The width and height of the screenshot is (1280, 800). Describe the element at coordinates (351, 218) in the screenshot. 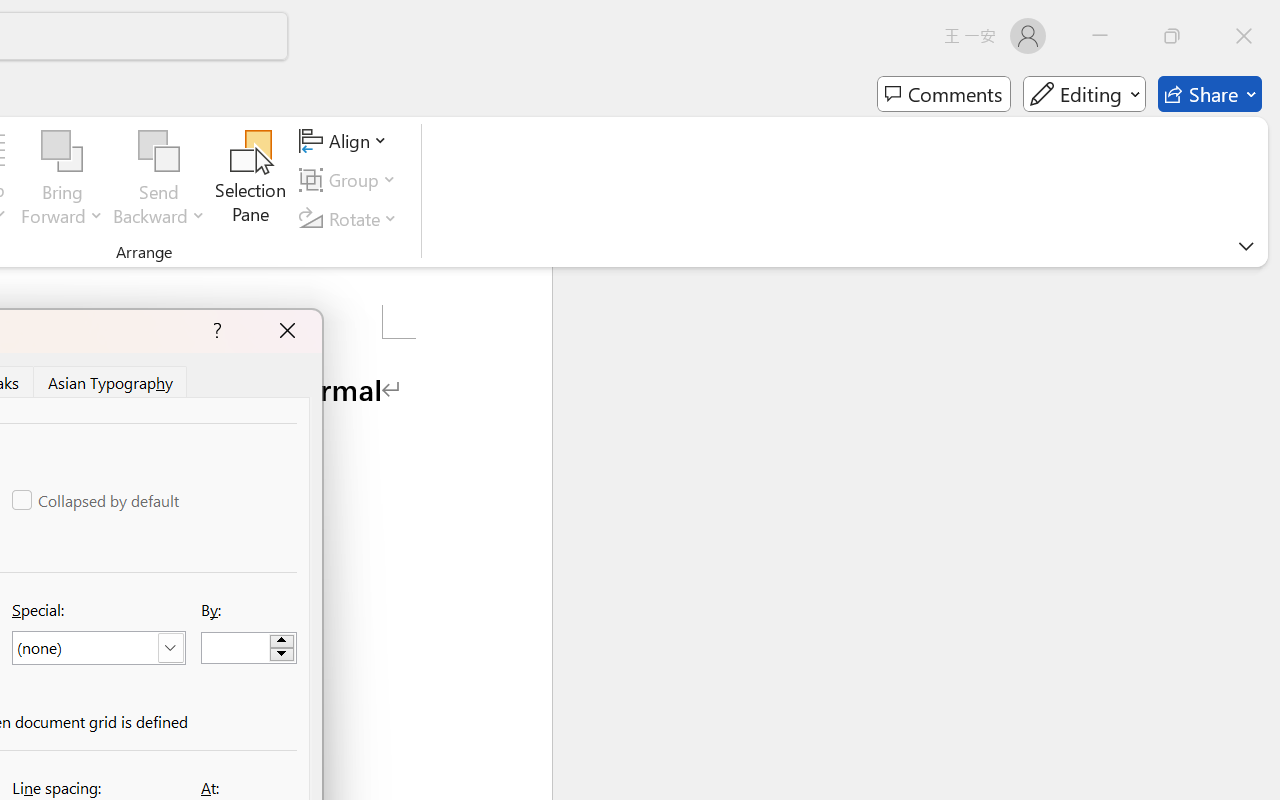

I see `'Rotate'` at that location.